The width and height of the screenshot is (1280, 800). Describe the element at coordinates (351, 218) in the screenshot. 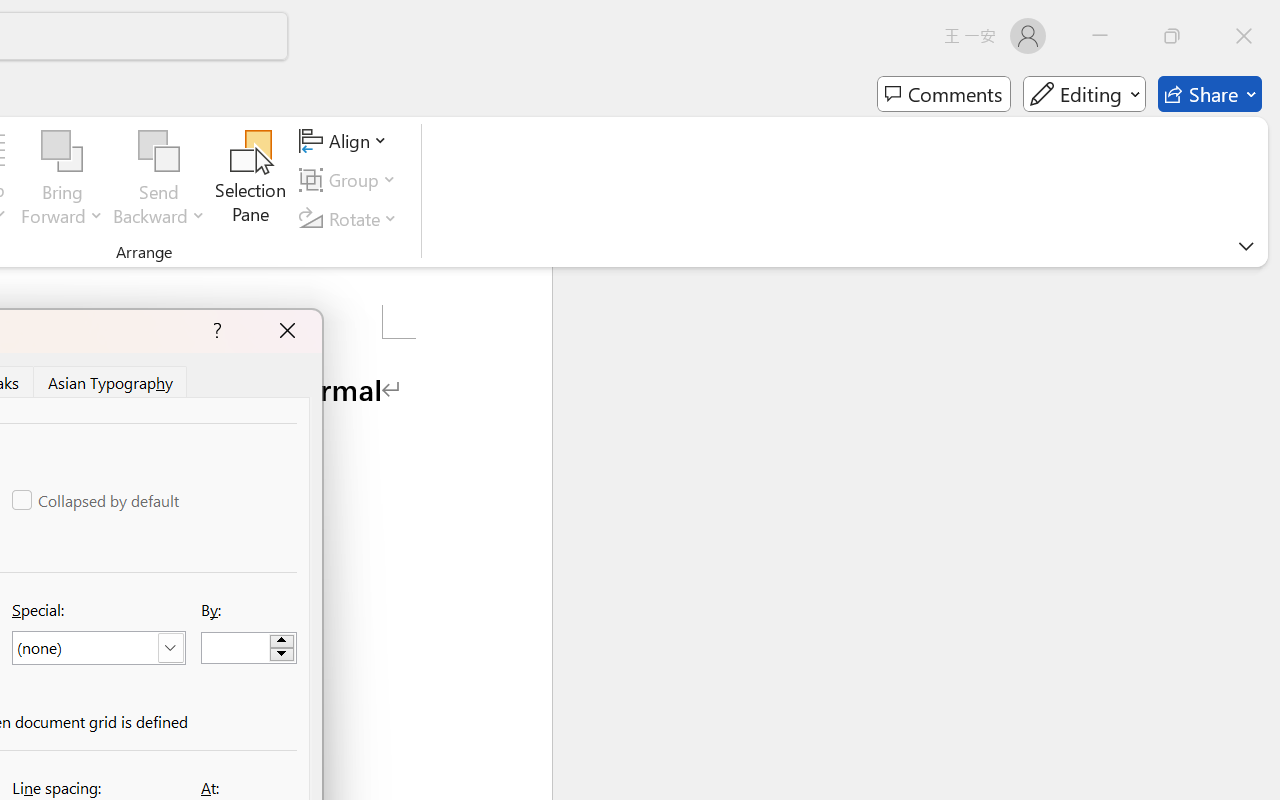

I see `'Rotate'` at that location.